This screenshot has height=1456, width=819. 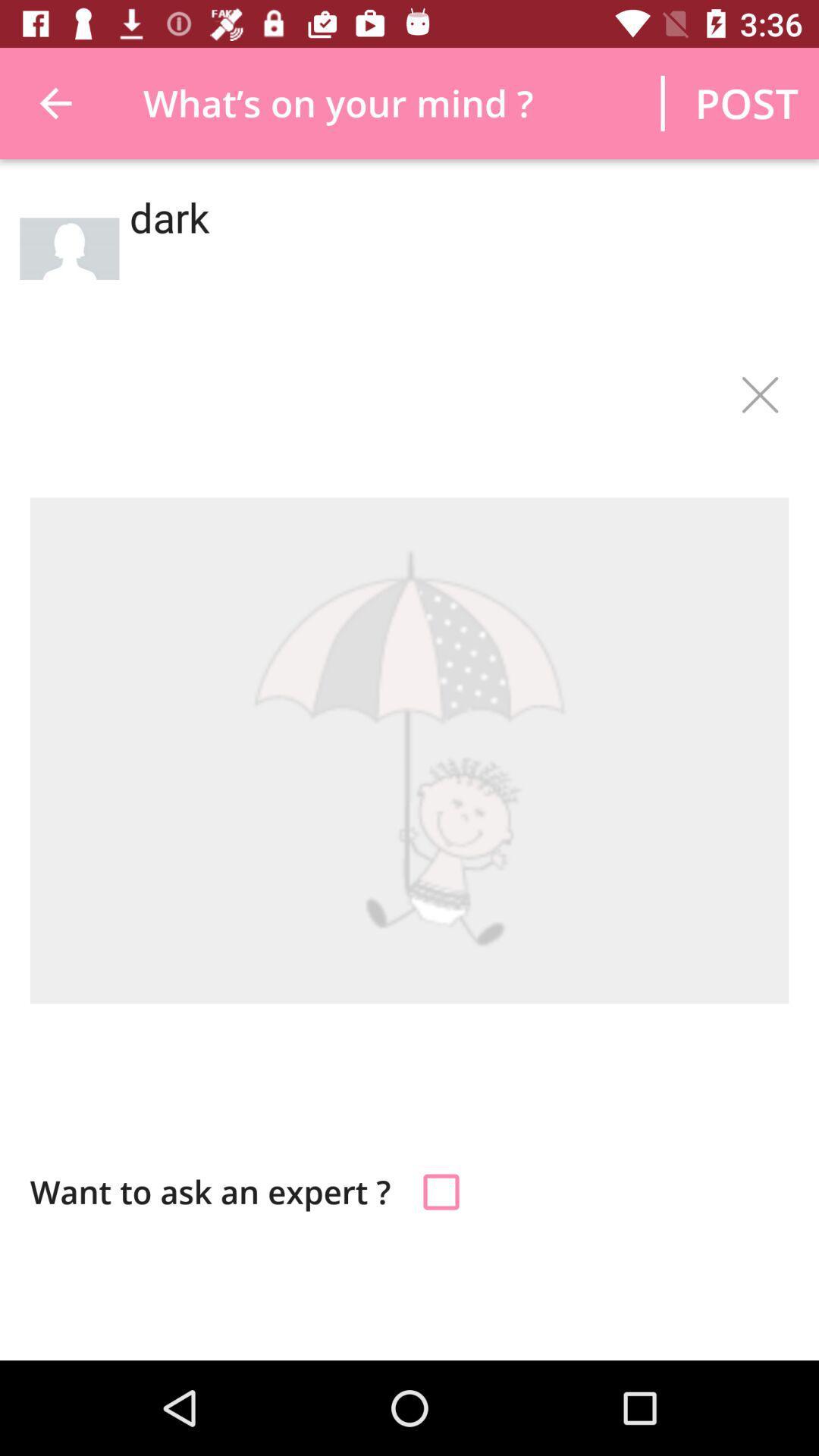 I want to click on the item above dark item, so click(x=745, y=102).